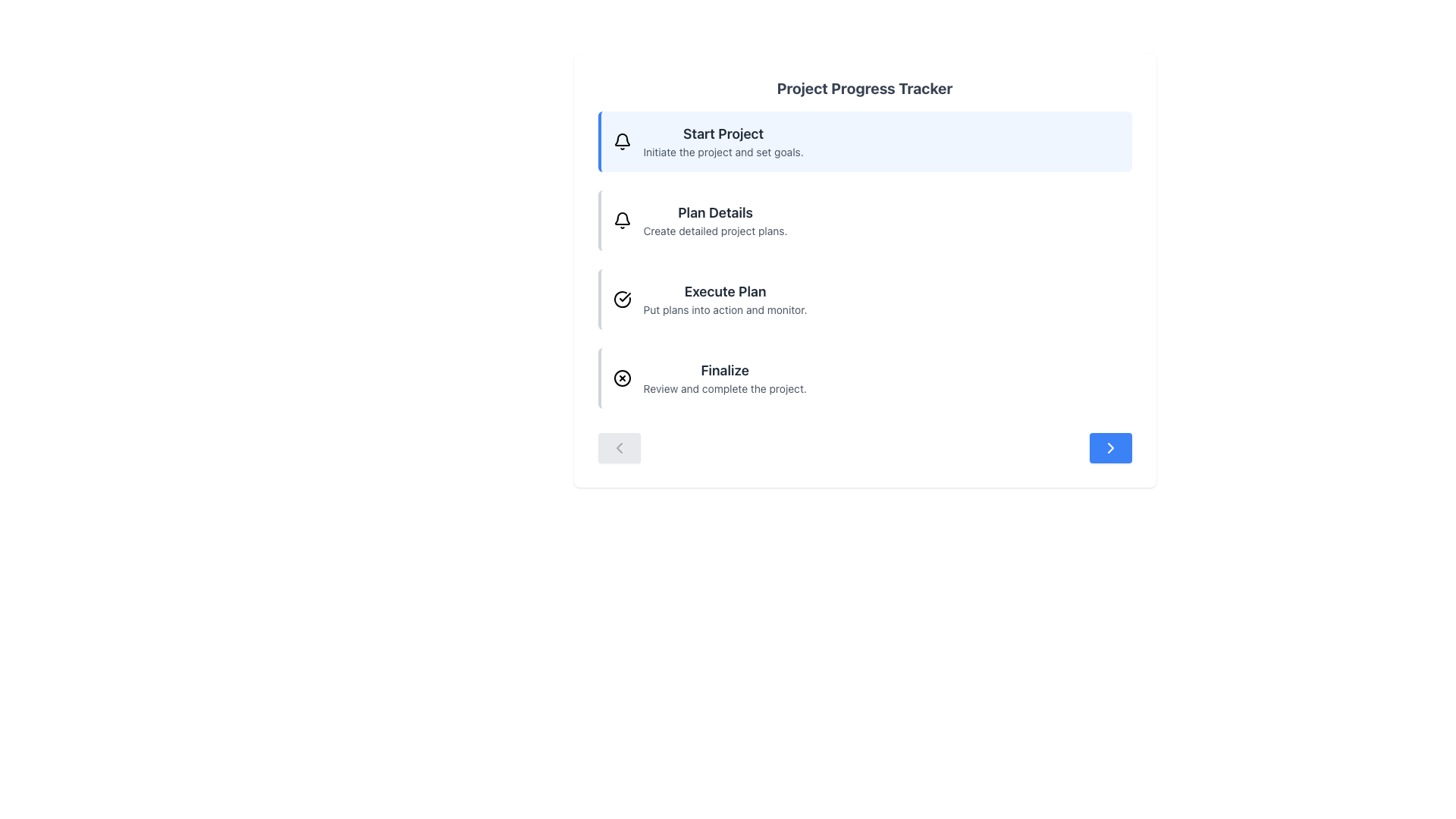  What do you see at coordinates (622, 377) in the screenshot?
I see `the SVG circle element with a black border and white fill, which is part of the cross-in-circle icon in the 'Finalize' section of the 'Project Progress Tracker'` at bounding box center [622, 377].